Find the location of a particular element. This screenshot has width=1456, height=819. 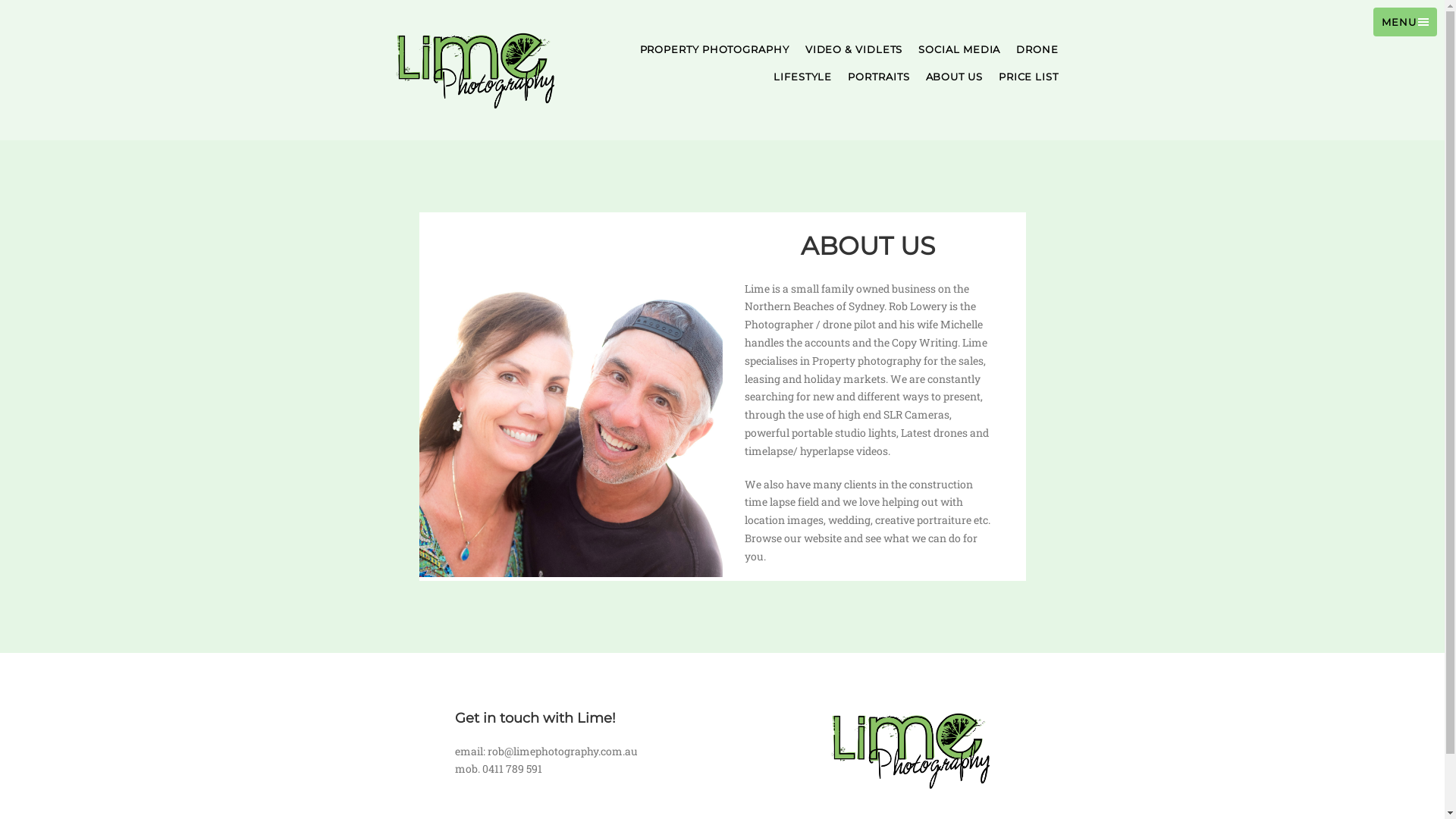

'VIDEO & VIDLETS' is located at coordinates (854, 49).